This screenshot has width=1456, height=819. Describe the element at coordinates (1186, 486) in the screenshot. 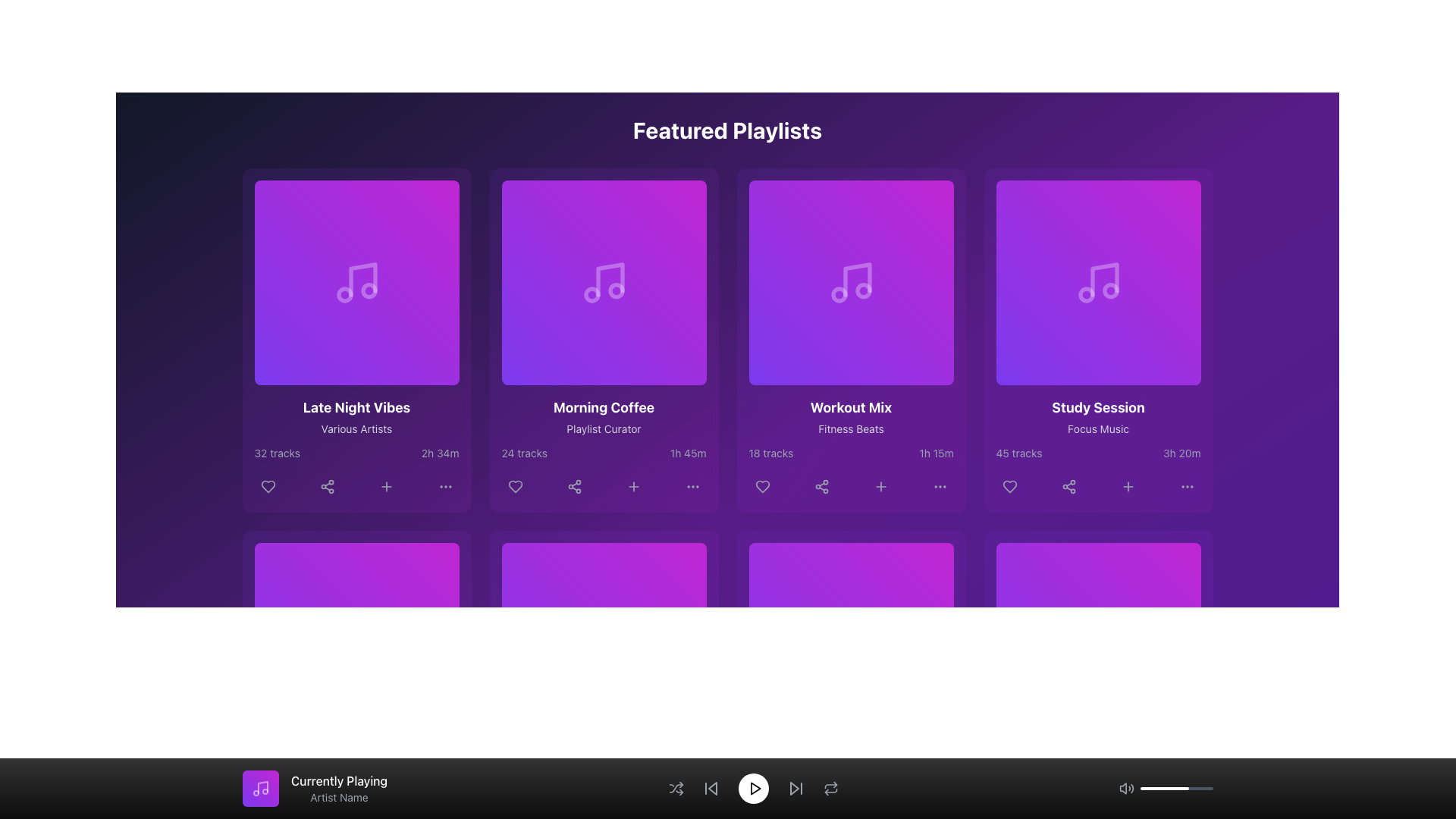

I see `the menu toggle button located at the bottom-right corner of the 'Study Session' card to observe the color change` at that location.